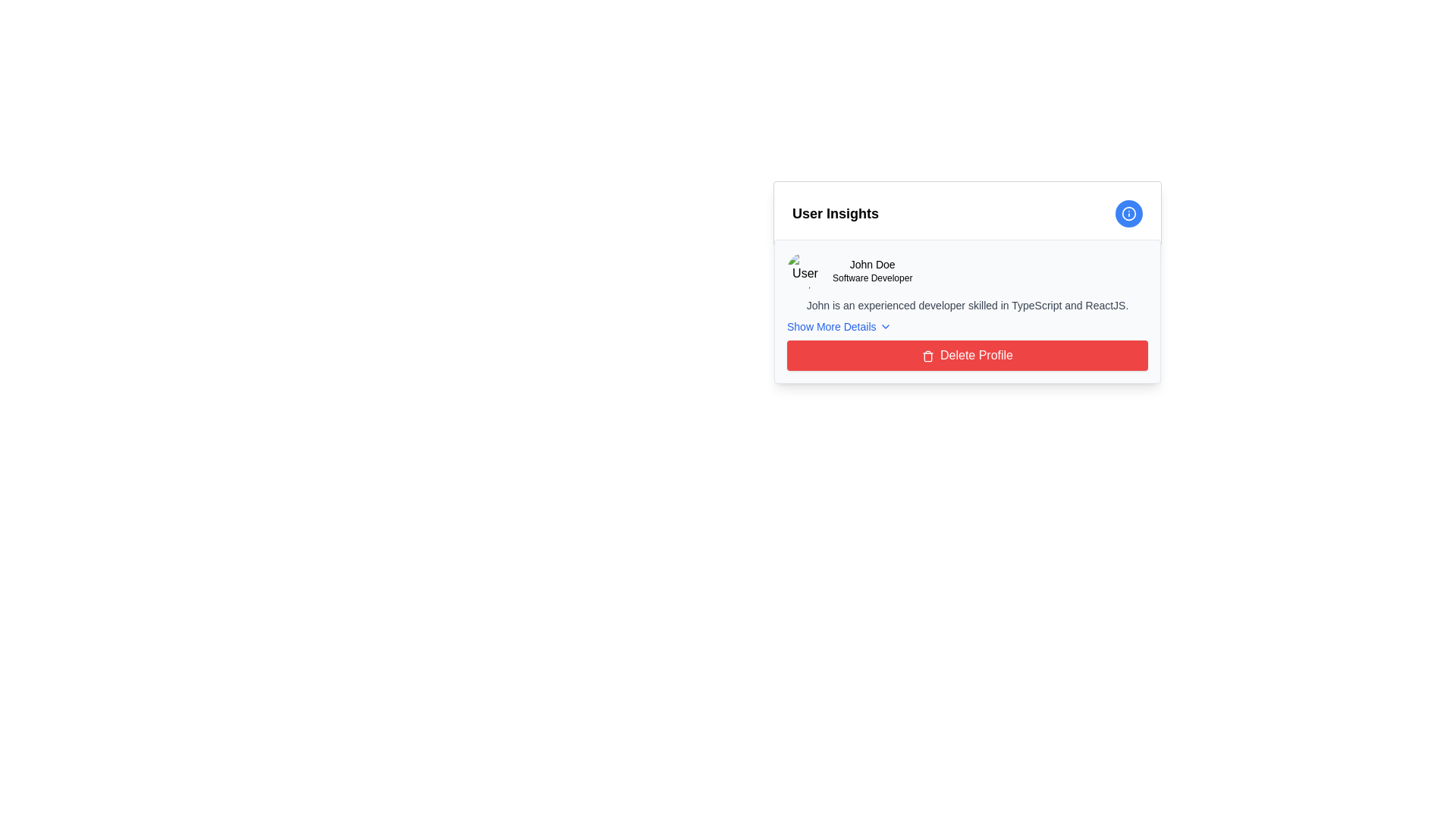 This screenshot has width=1456, height=819. Describe the element at coordinates (885, 326) in the screenshot. I see `the downward arrow icon that is part of the 'Show More Details' link, located at the bottom of the user information panel` at that location.